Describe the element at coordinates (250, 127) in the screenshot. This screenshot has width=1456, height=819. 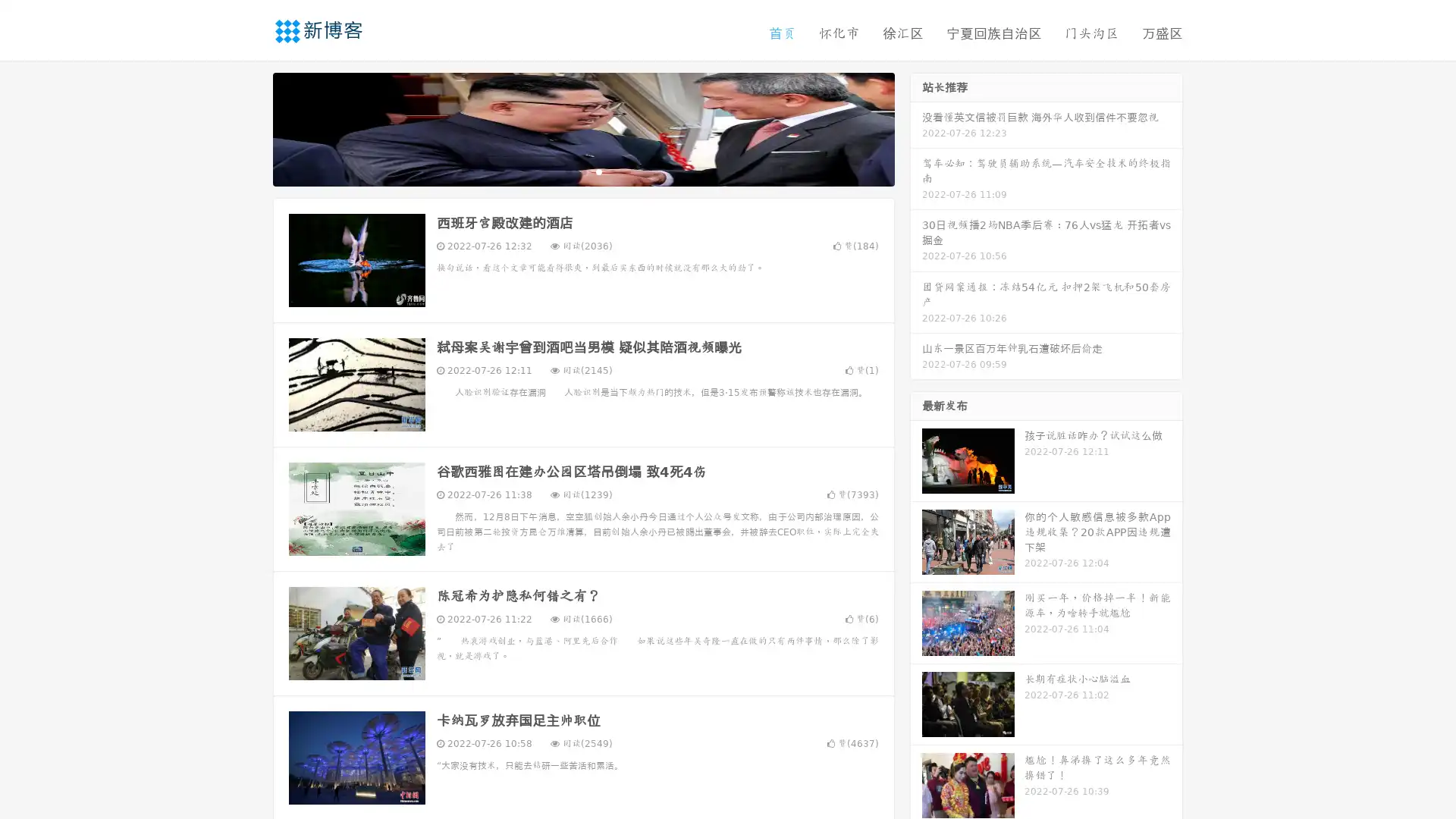
I see `Previous slide` at that location.